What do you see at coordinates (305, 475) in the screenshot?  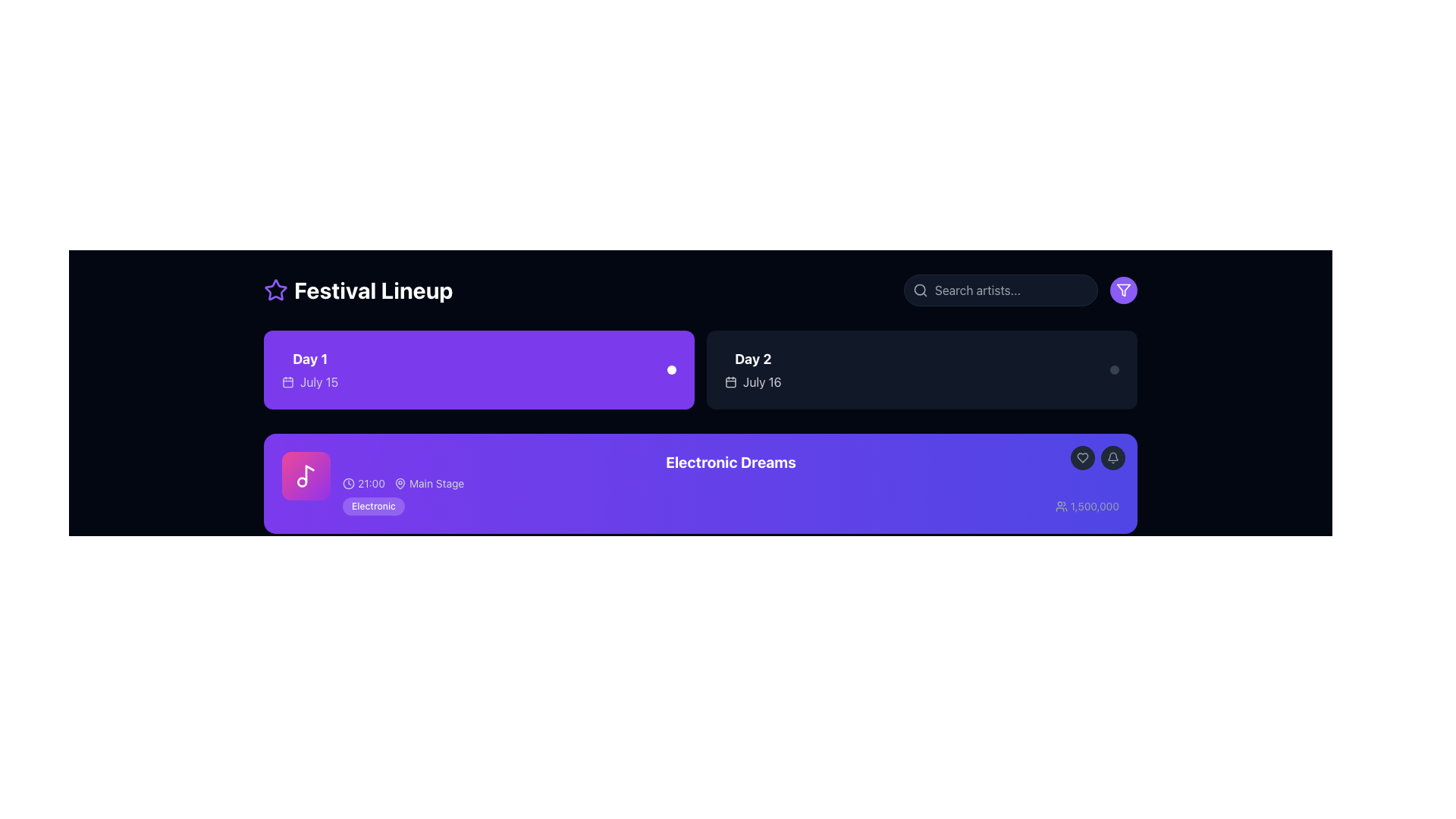 I see `the music theme icon, which is located in the upper-left section of a purple gradient block within a pink rounded square background` at bounding box center [305, 475].